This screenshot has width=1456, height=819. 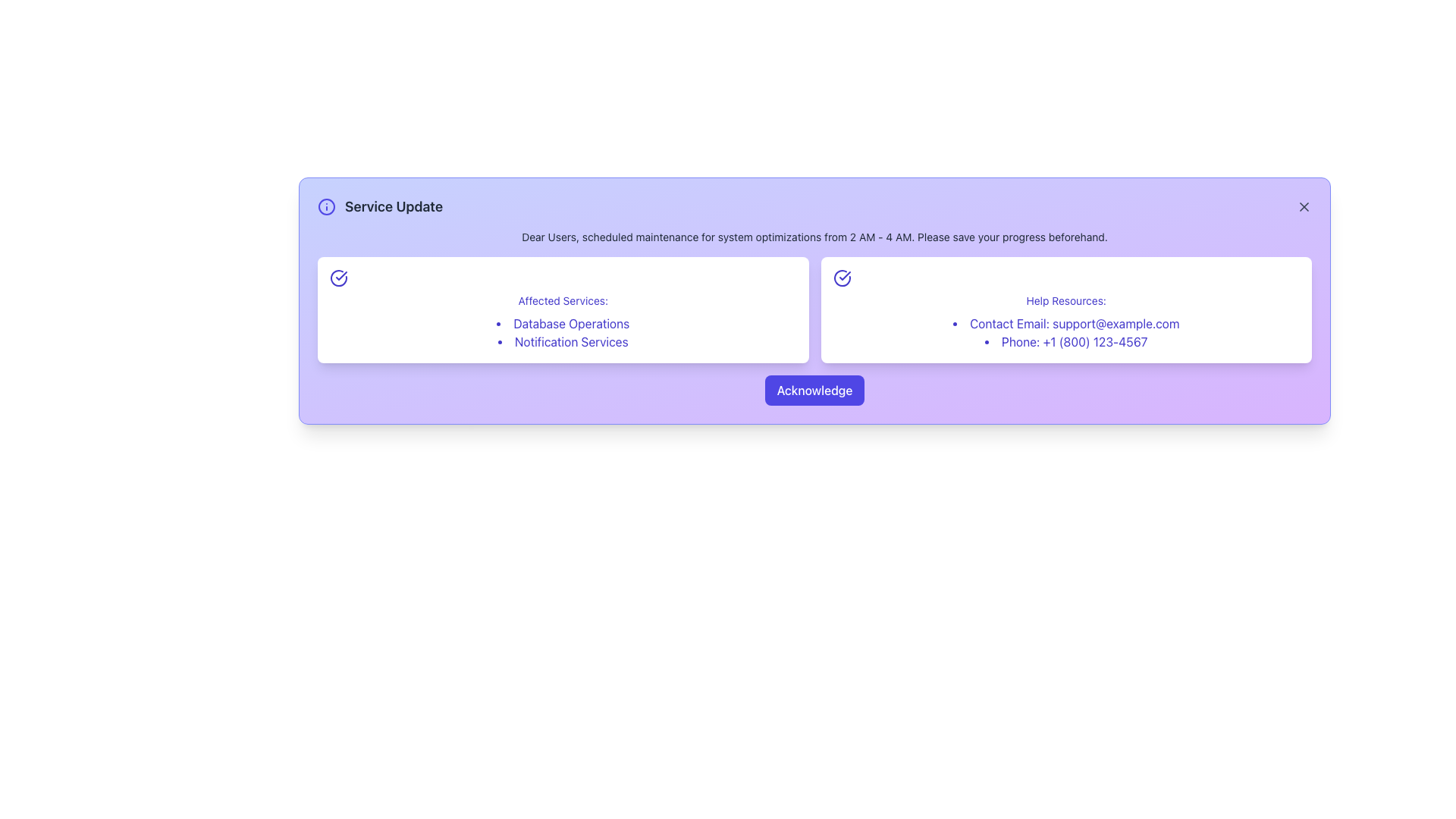 What do you see at coordinates (562, 332) in the screenshot?
I see `items from the Unordered List containing 'Database Operations' and 'Notification Services', which is styled in blue font and located on the left side of the interface` at bounding box center [562, 332].